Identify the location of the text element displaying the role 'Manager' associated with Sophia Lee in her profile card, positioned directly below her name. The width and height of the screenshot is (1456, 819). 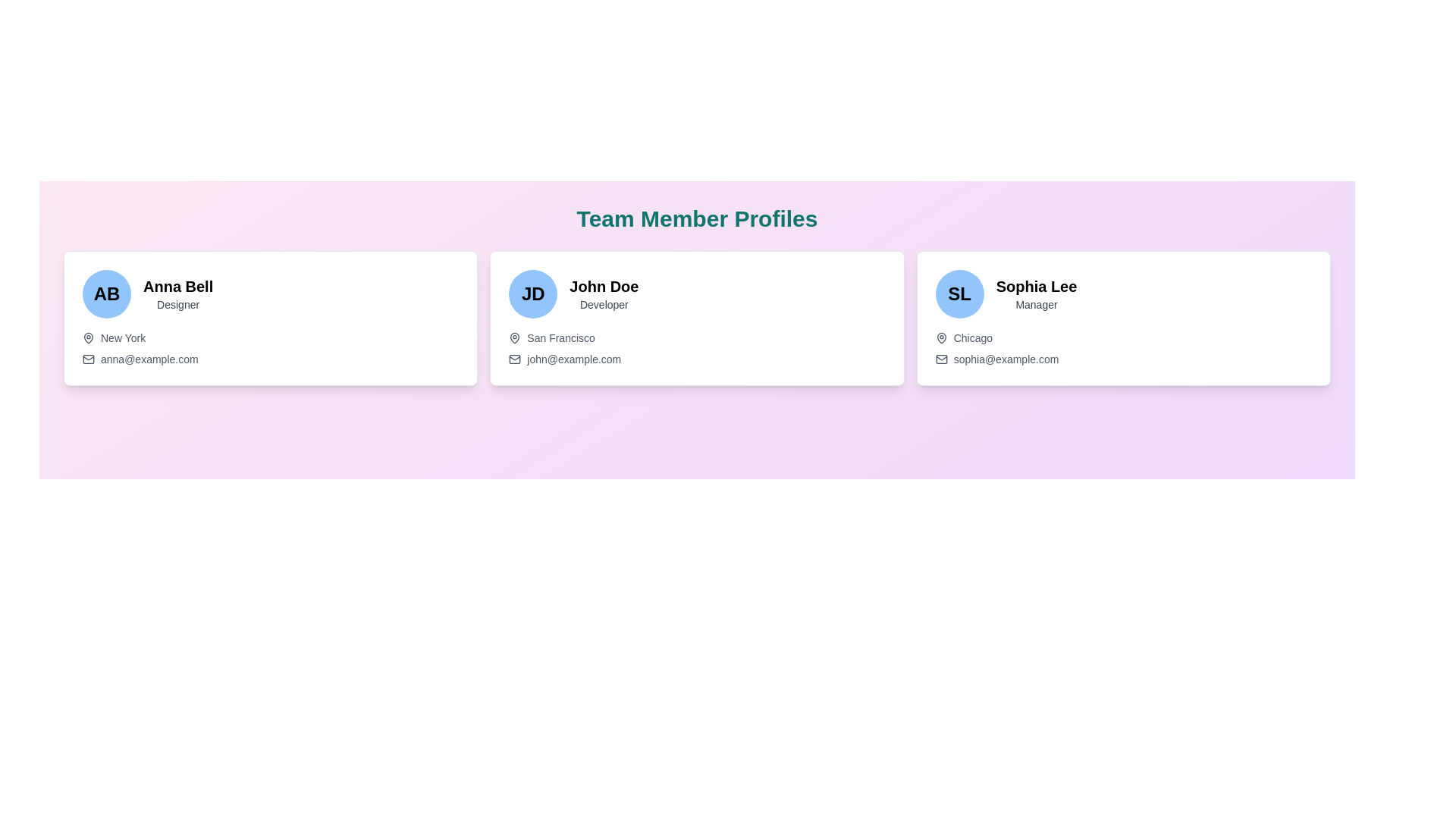
(1036, 304).